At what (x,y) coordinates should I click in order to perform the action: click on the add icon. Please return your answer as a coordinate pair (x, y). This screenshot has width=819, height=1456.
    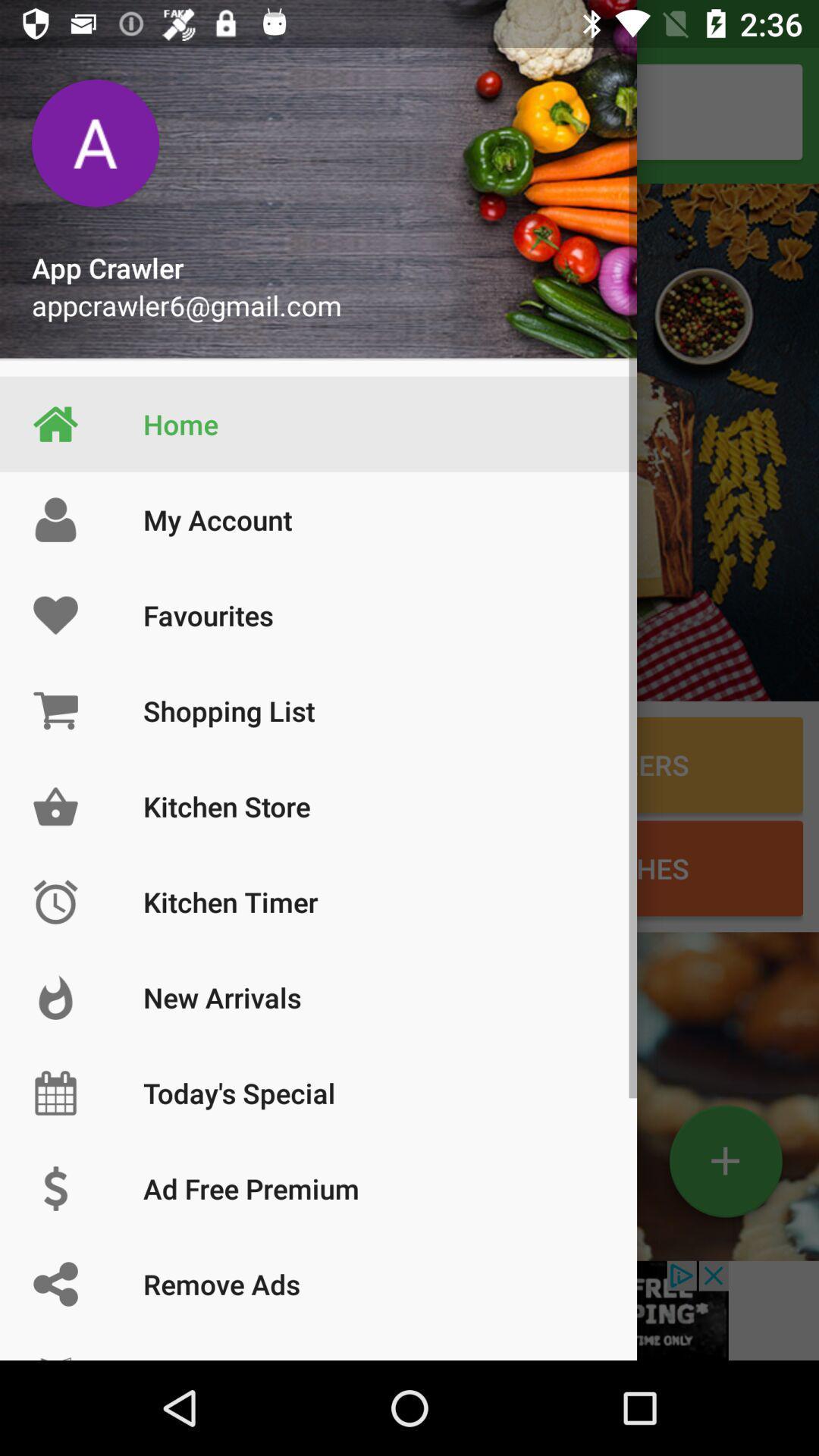
    Looking at the image, I should click on (724, 1166).